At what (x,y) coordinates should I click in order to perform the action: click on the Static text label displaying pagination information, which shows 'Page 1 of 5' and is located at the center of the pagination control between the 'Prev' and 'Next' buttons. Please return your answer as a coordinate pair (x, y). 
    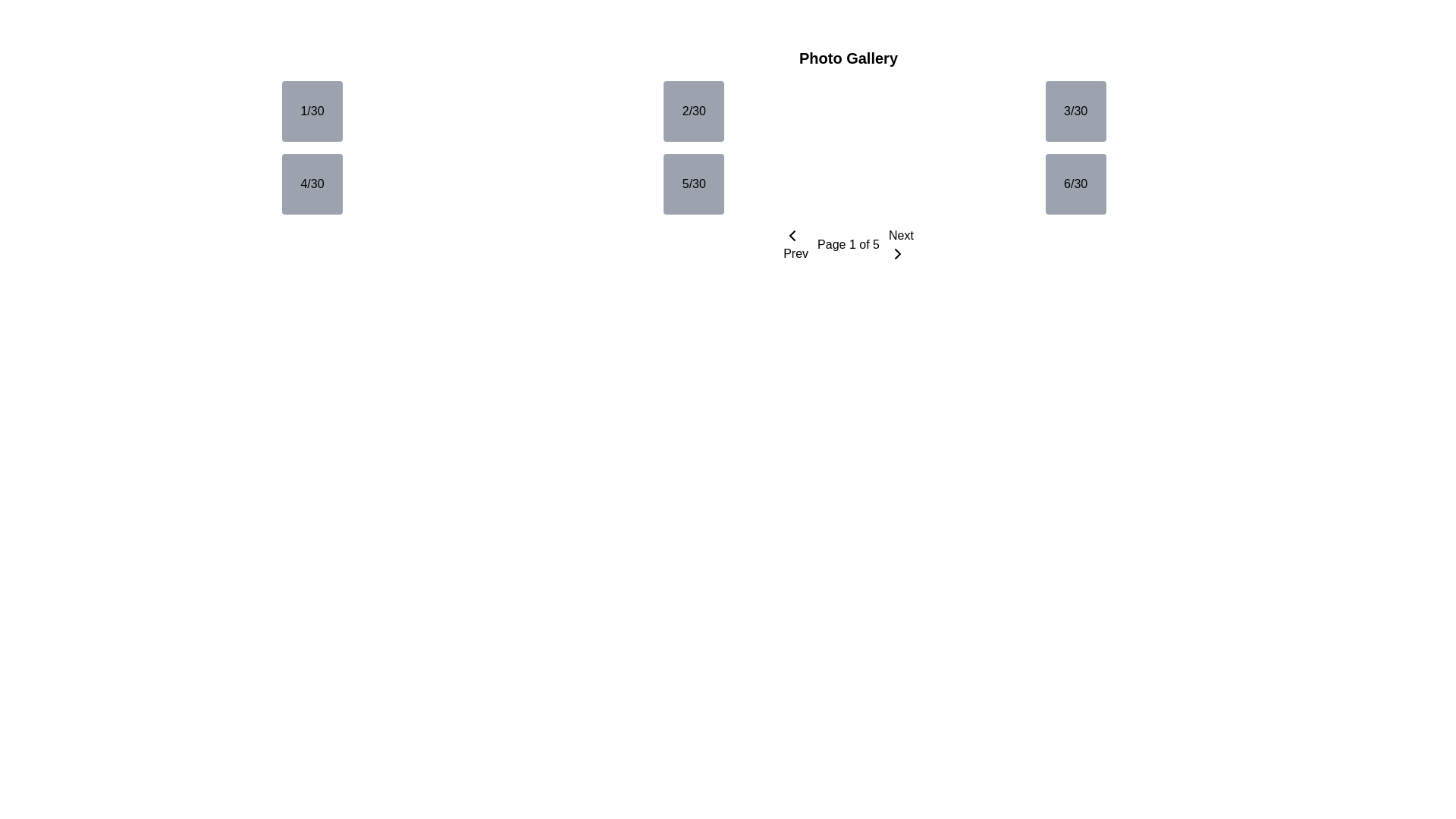
    Looking at the image, I should click on (847, 244).